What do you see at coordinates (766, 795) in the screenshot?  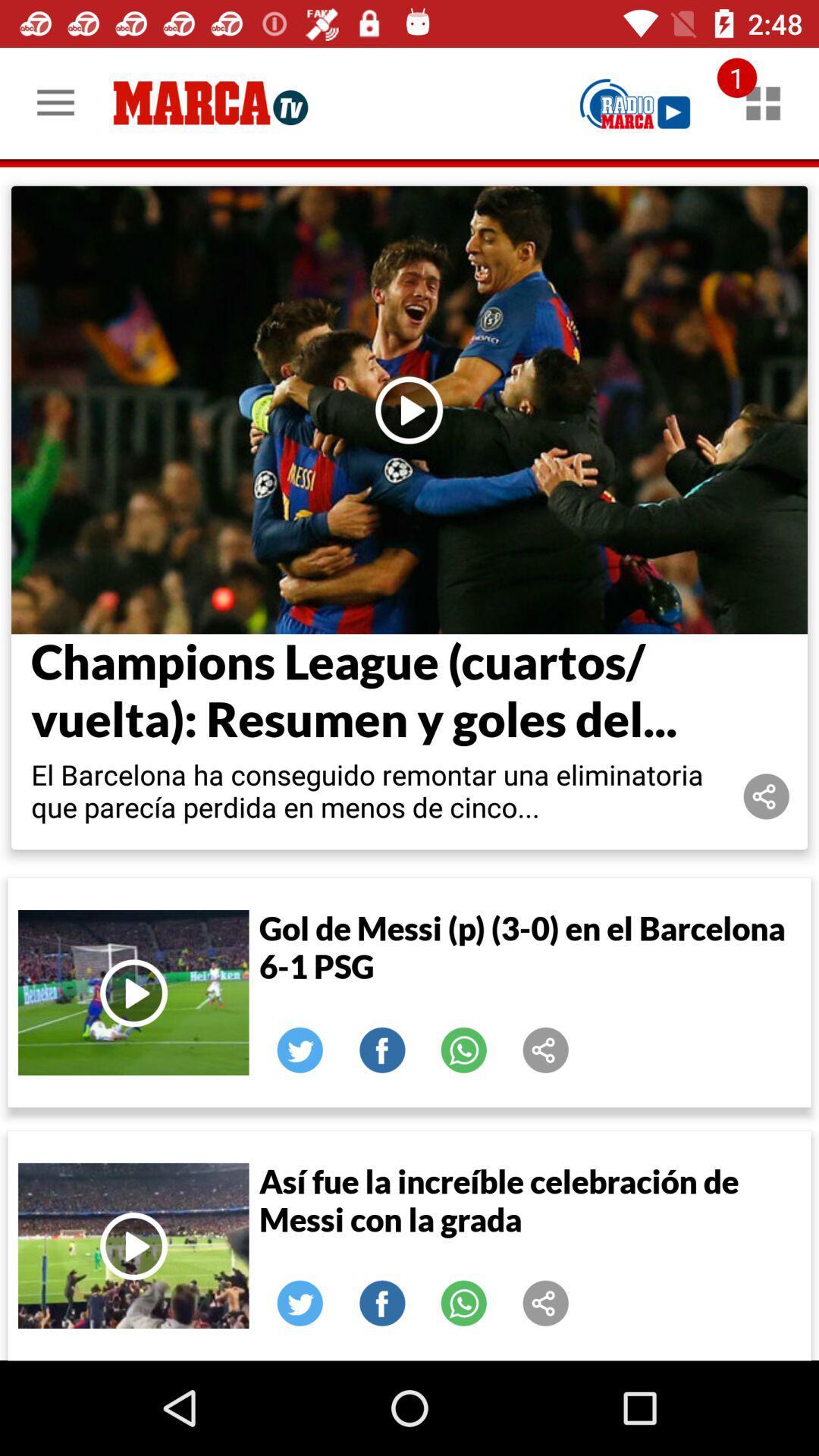 I see `share article` at bounding box center [766, 795].